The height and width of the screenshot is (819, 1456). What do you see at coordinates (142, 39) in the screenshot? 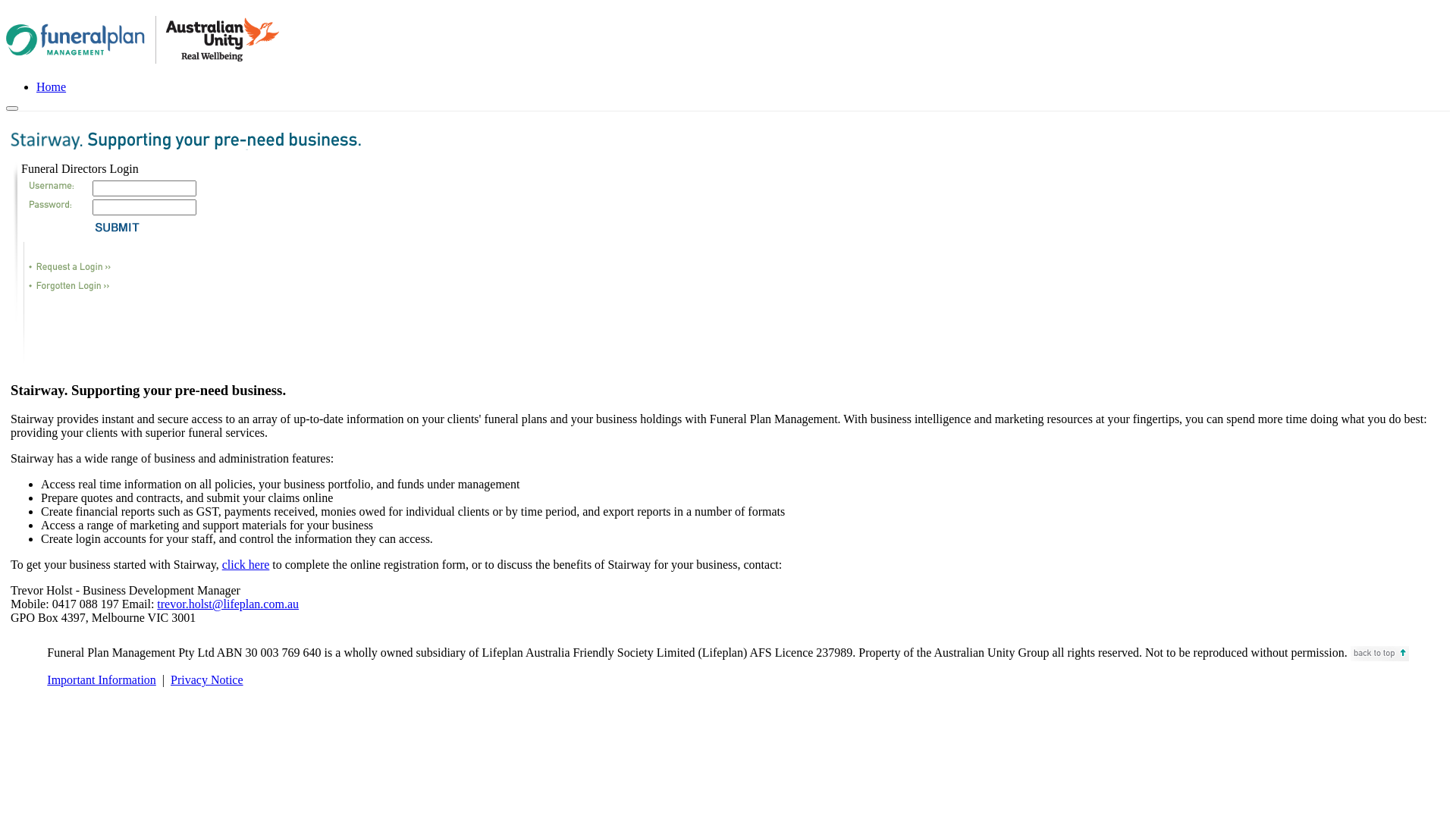
I see `'Funeral Plan'` at bounding box center [142, 39].